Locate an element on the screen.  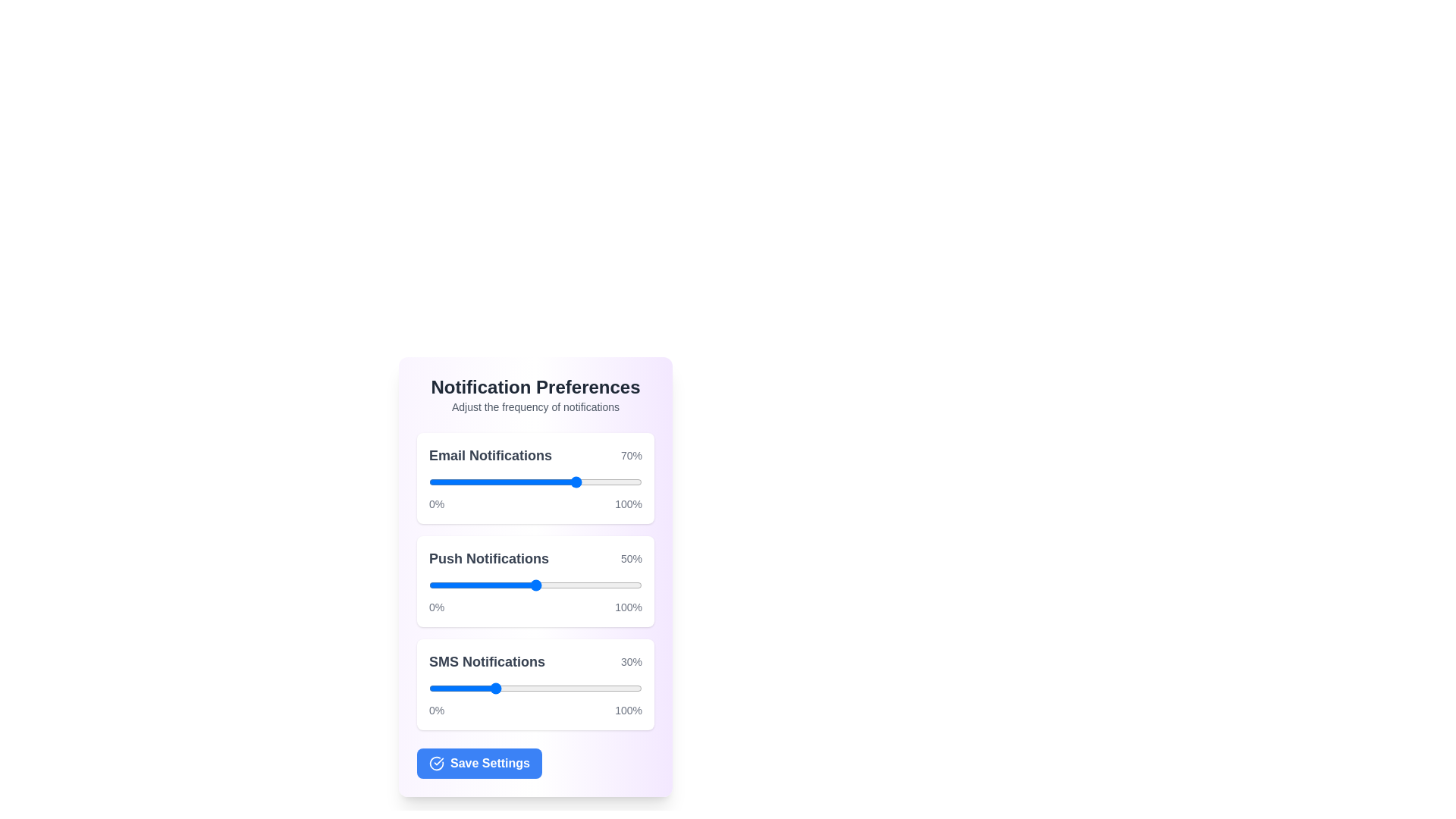
the Email Notification slider is located at coordinates (464, 482).